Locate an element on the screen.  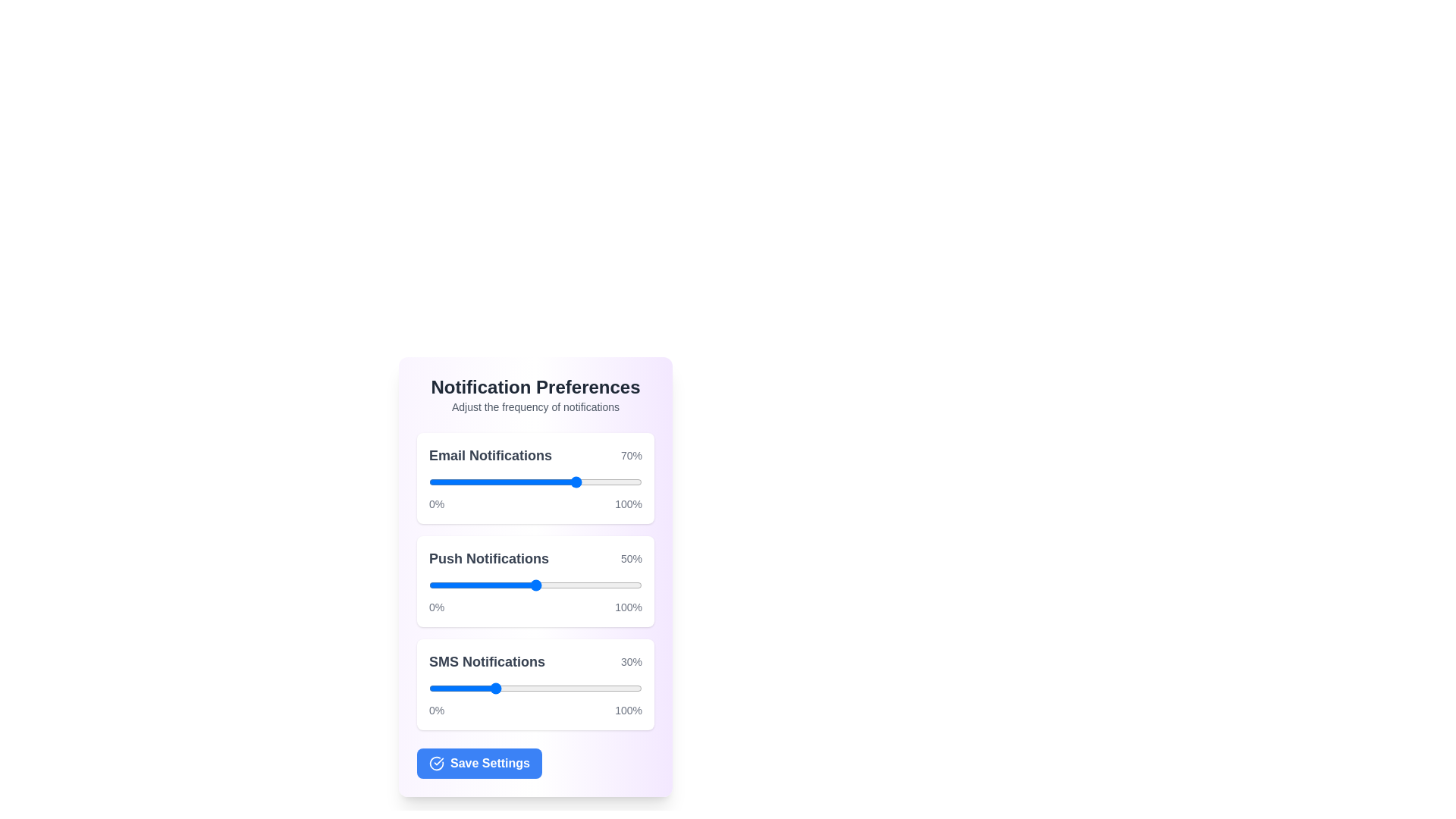
the Email Notification slider is located at coordinates (464, 482).